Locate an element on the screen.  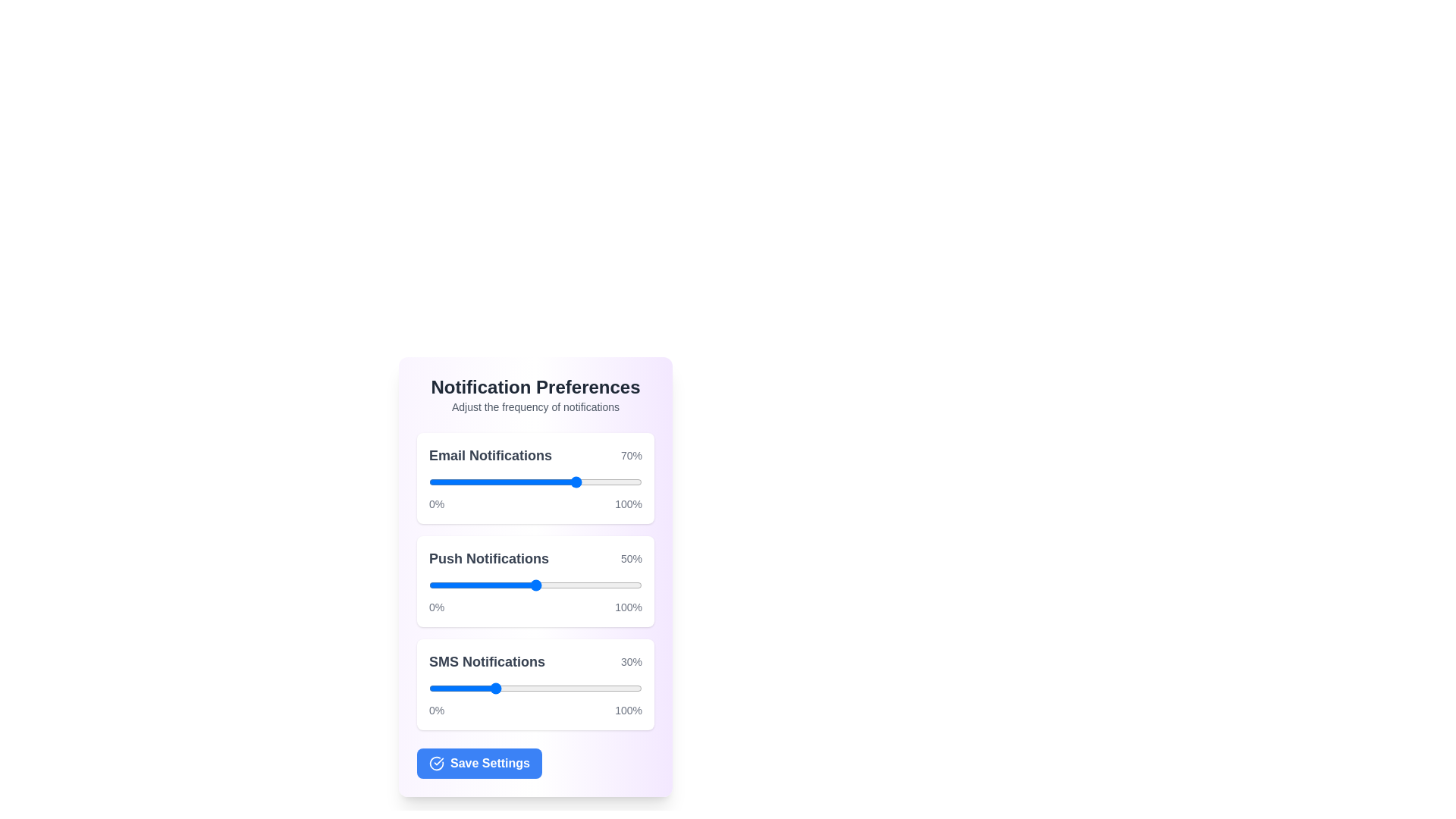
the Email Notification slider is located at coordinates (464, 482).